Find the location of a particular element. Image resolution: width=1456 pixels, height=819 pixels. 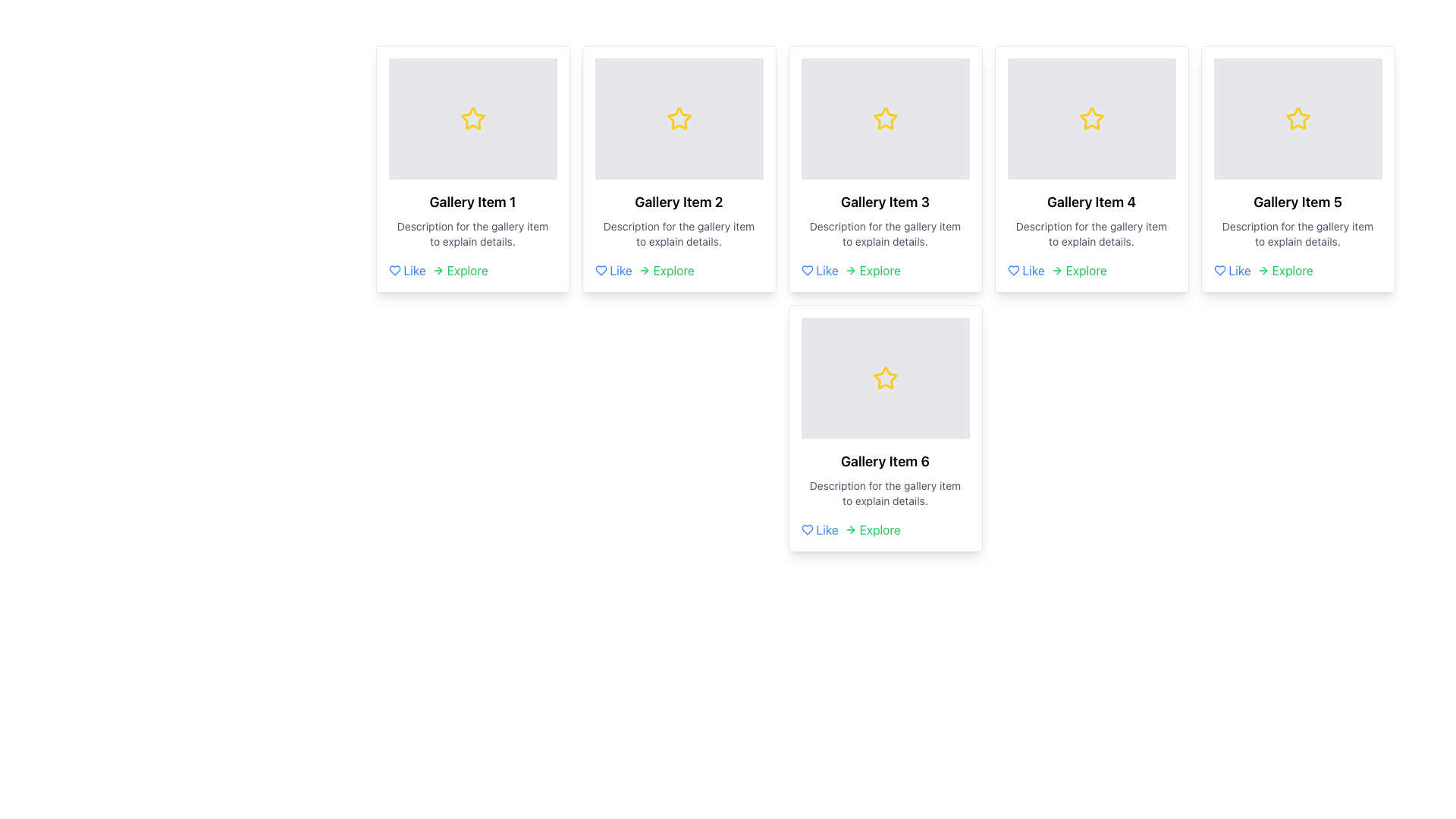

the star icon in the upper section of the 'Gallery Item 1' card to indicate a rating or selection is located at coordinates (472, 118).